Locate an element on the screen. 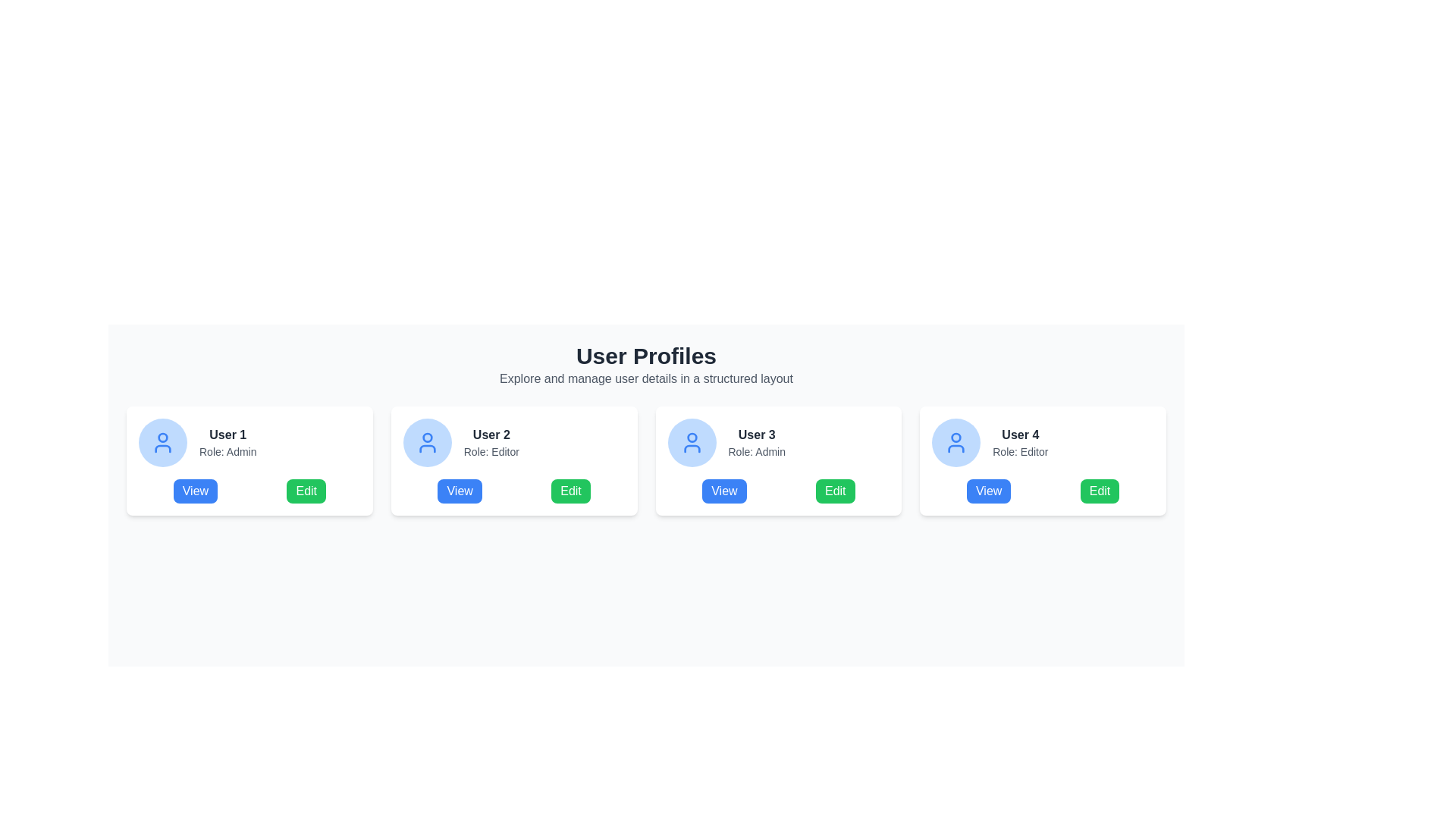  the blue circular user icon representing 'User 3' to interact with the user profile element depicted by the torso and shoulders SVG component is located at coordinates (691, 447).